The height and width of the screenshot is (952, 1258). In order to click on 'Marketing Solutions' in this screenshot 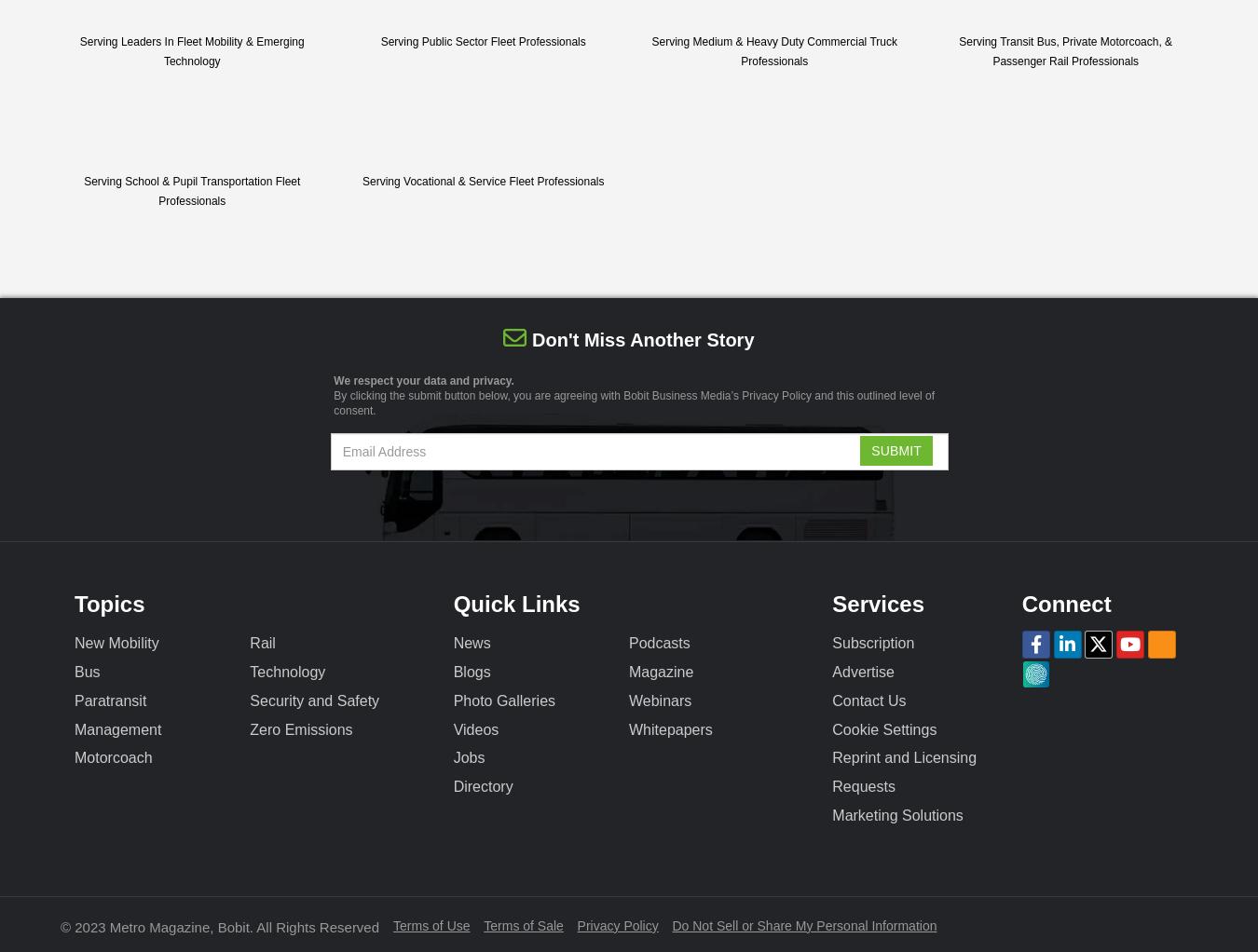, I will do `click(896, 814)`.